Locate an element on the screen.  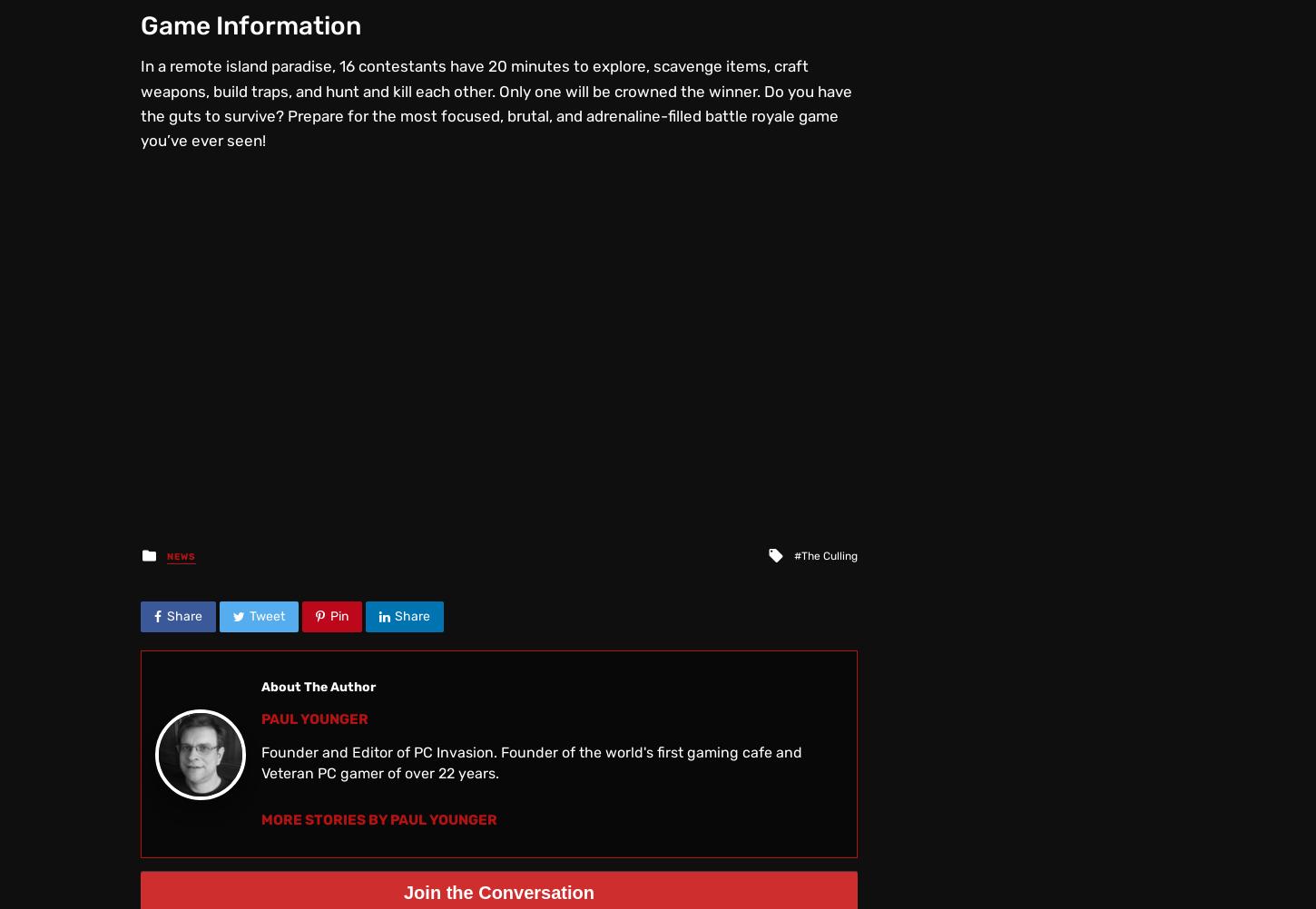
'More Stories by Paul Younger' is located at coordinates (378, 820).